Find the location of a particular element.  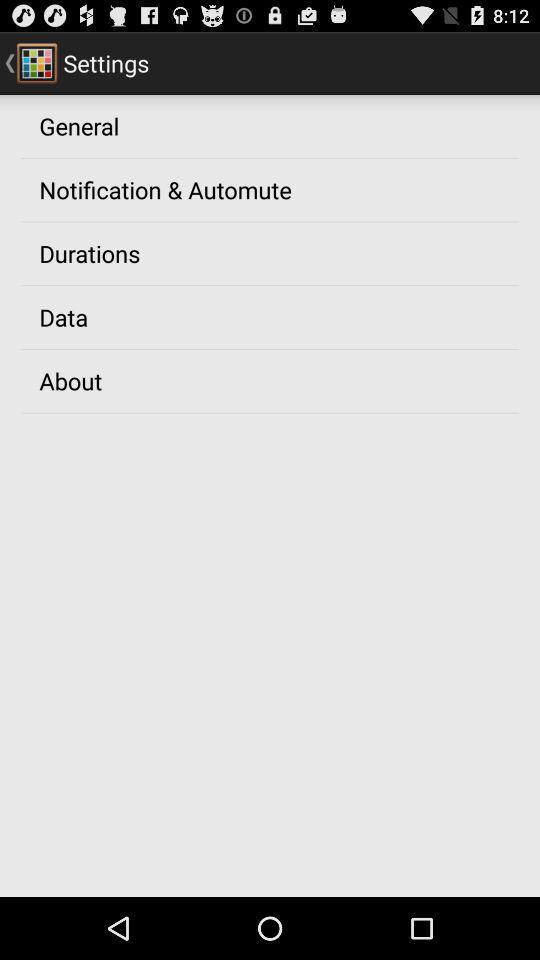

durations app is located at coordinates (88, 252).